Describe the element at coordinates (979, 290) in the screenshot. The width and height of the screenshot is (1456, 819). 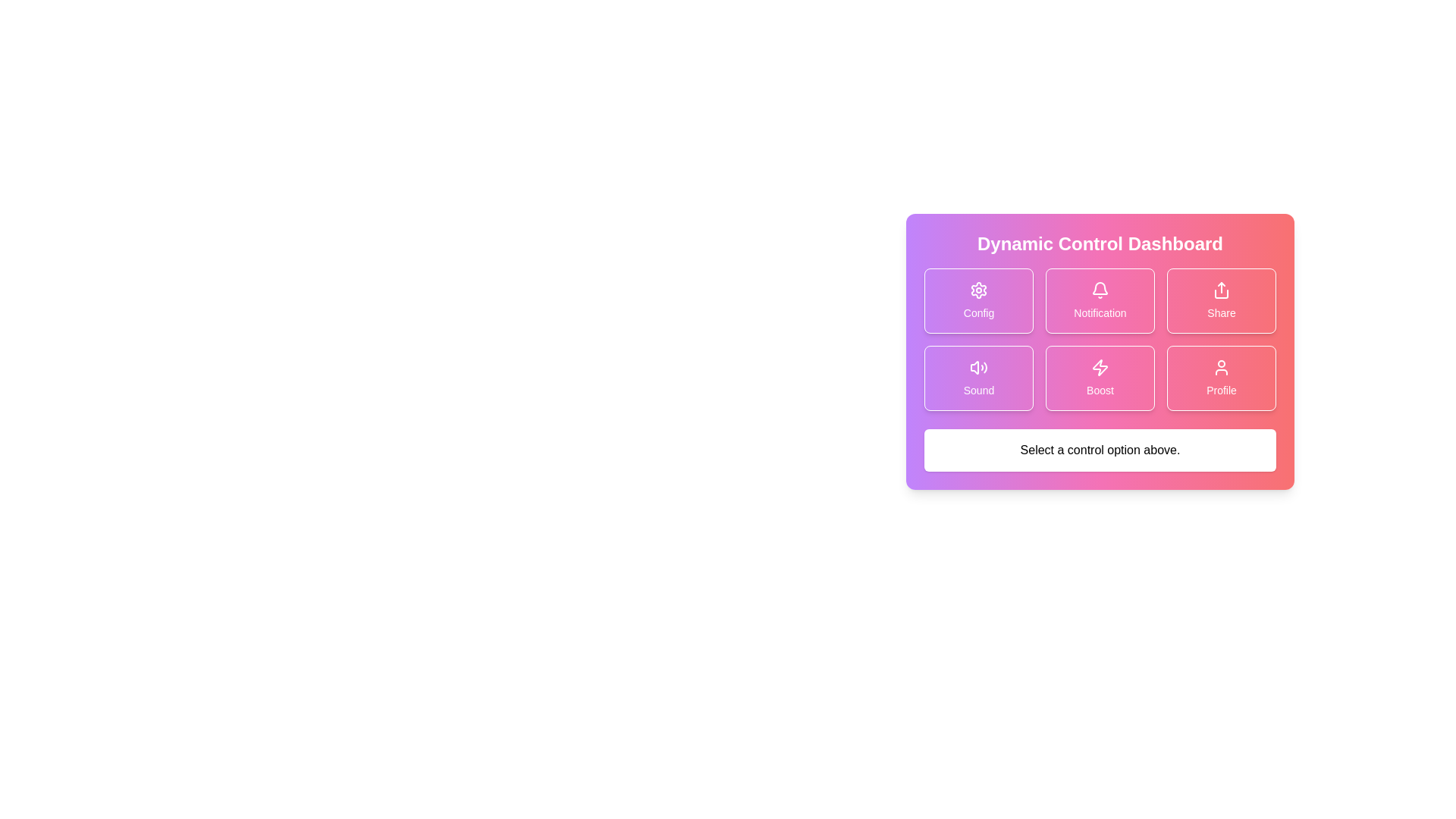
I see `the configuration settings icon located at the top-left corner of the options grid` at that location.